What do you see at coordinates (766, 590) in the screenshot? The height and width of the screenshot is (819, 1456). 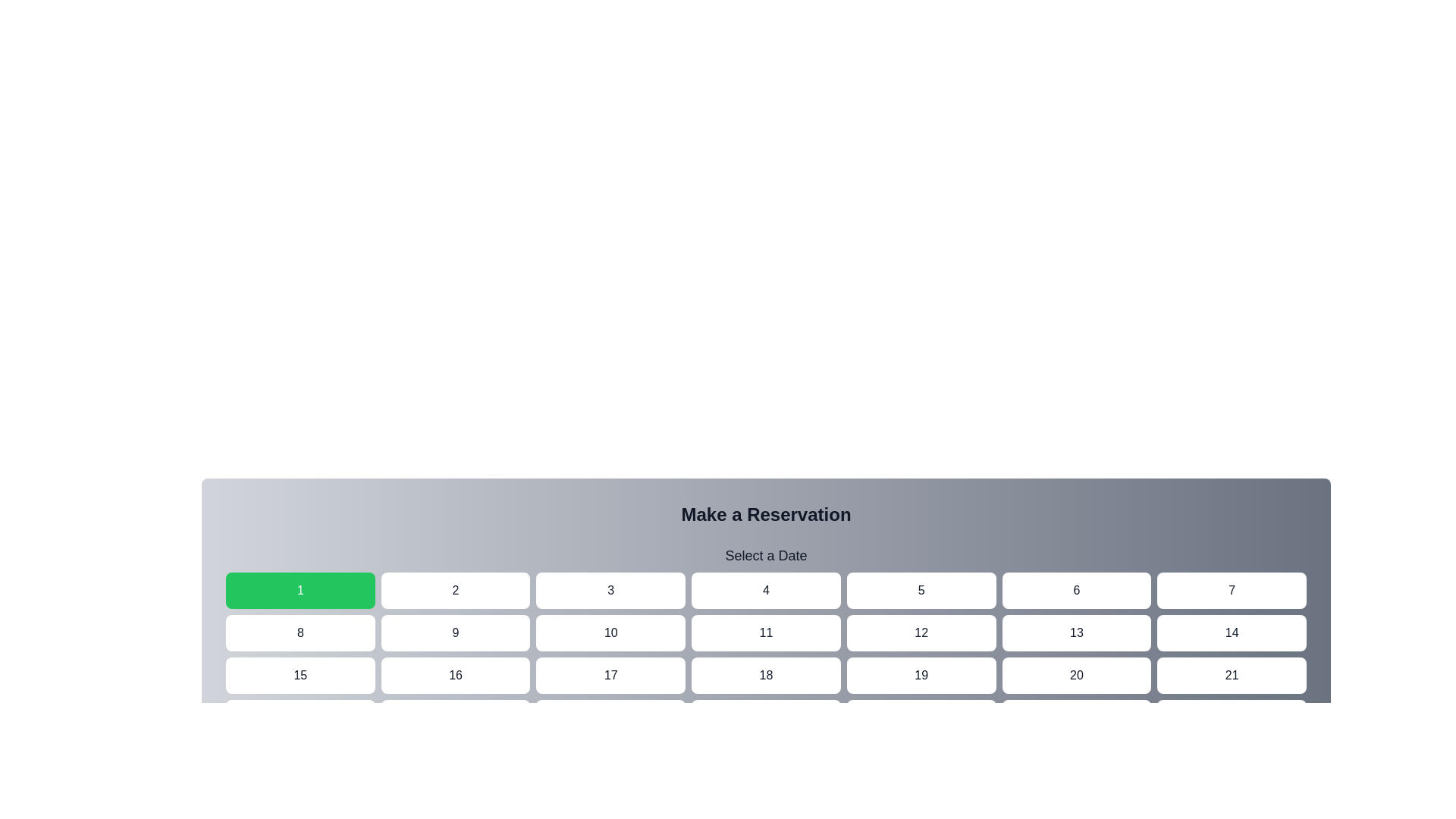 I see `the button displaying the number '4' with a white background and bold font` at bounding box center [766, 590].